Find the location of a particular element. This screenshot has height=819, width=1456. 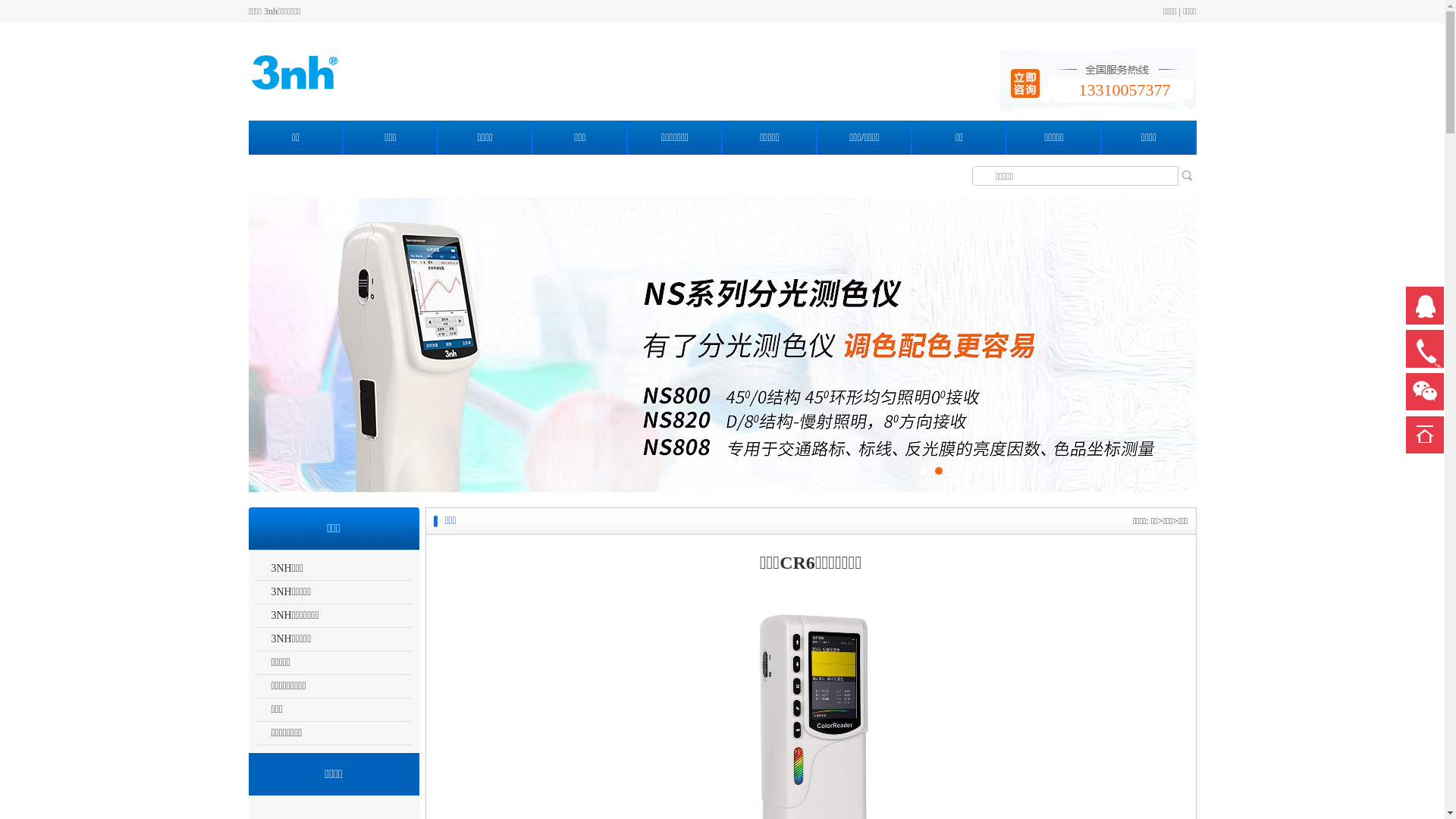

'1' is located at coordinates (922, 470).